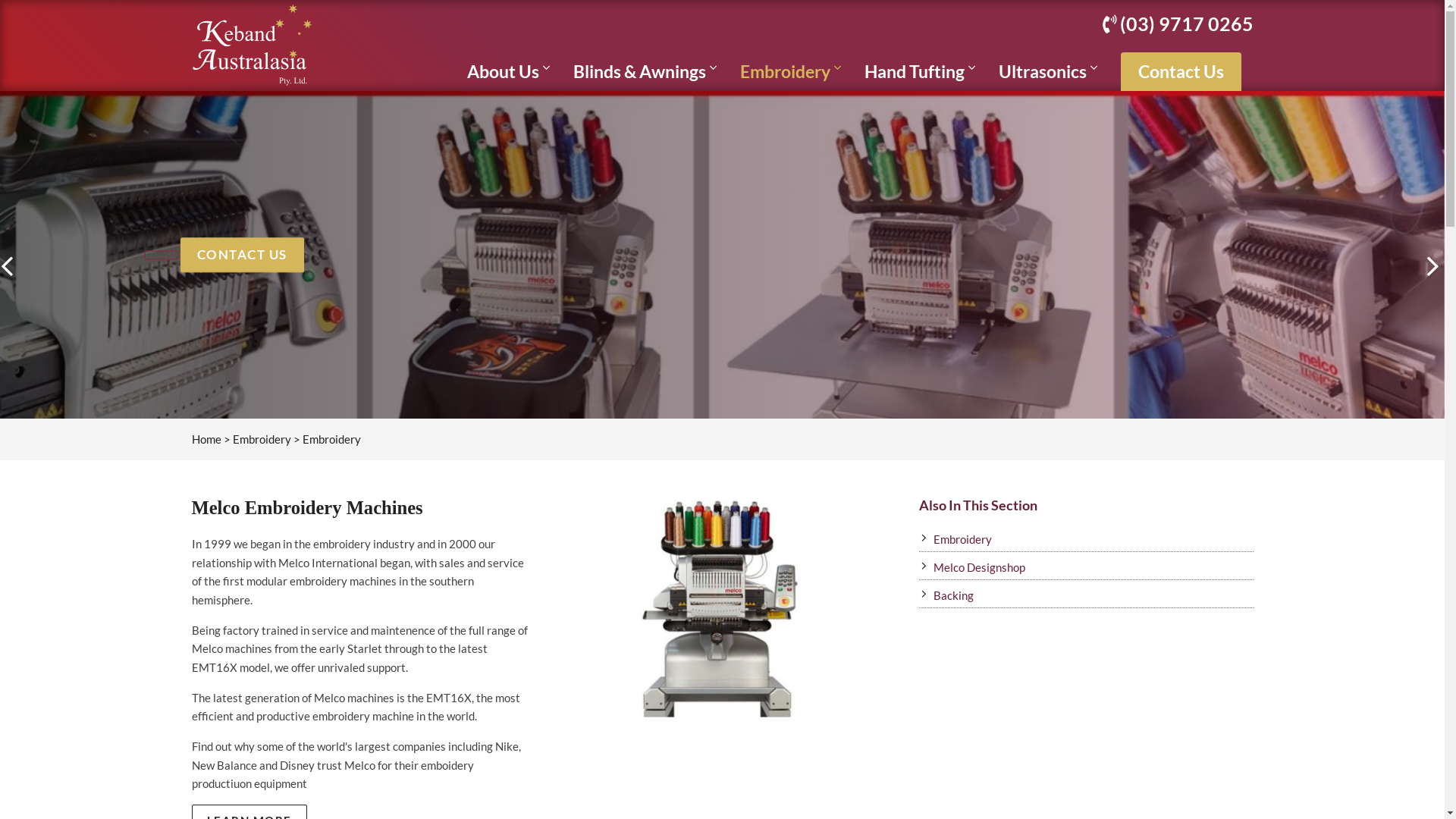  Describe the element at coordinates (1421, 265) in the screenshot. I see `'NEXT'` at that location.